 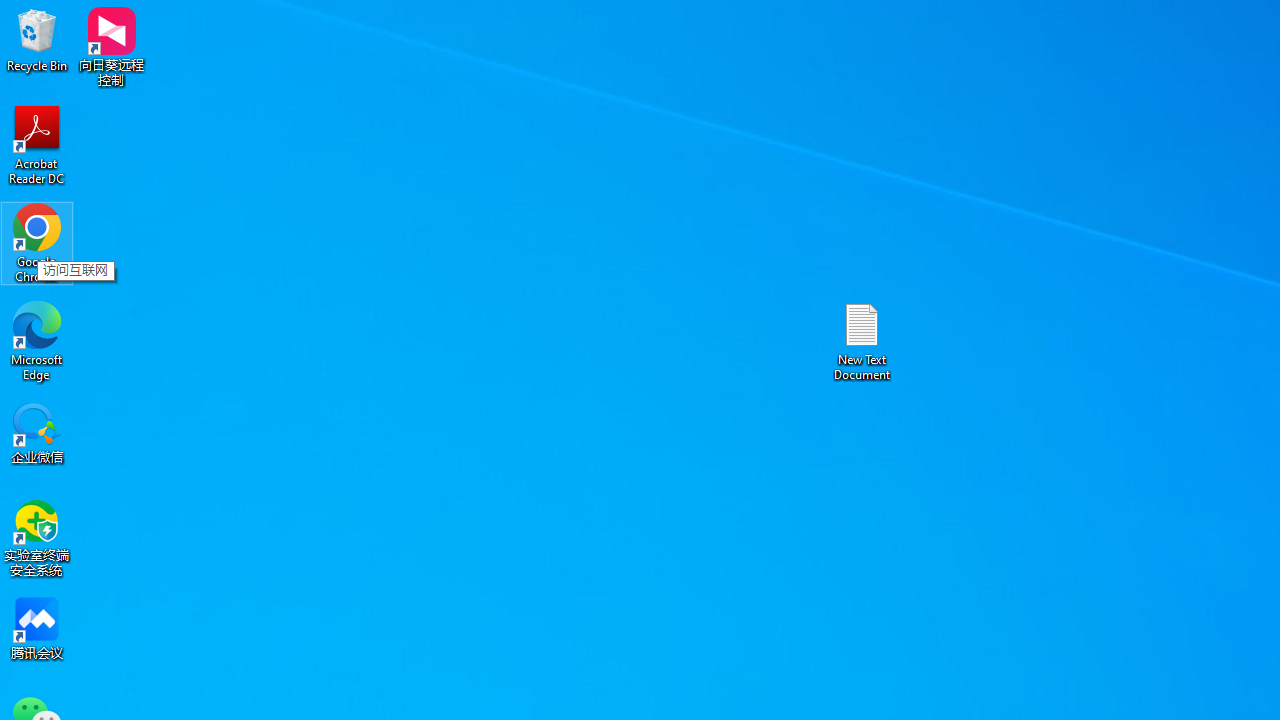 What do you see at coordinates (37, 340) in the screenshot?
I see `'Microsoft Edge'` at bounding box center [37, 340].